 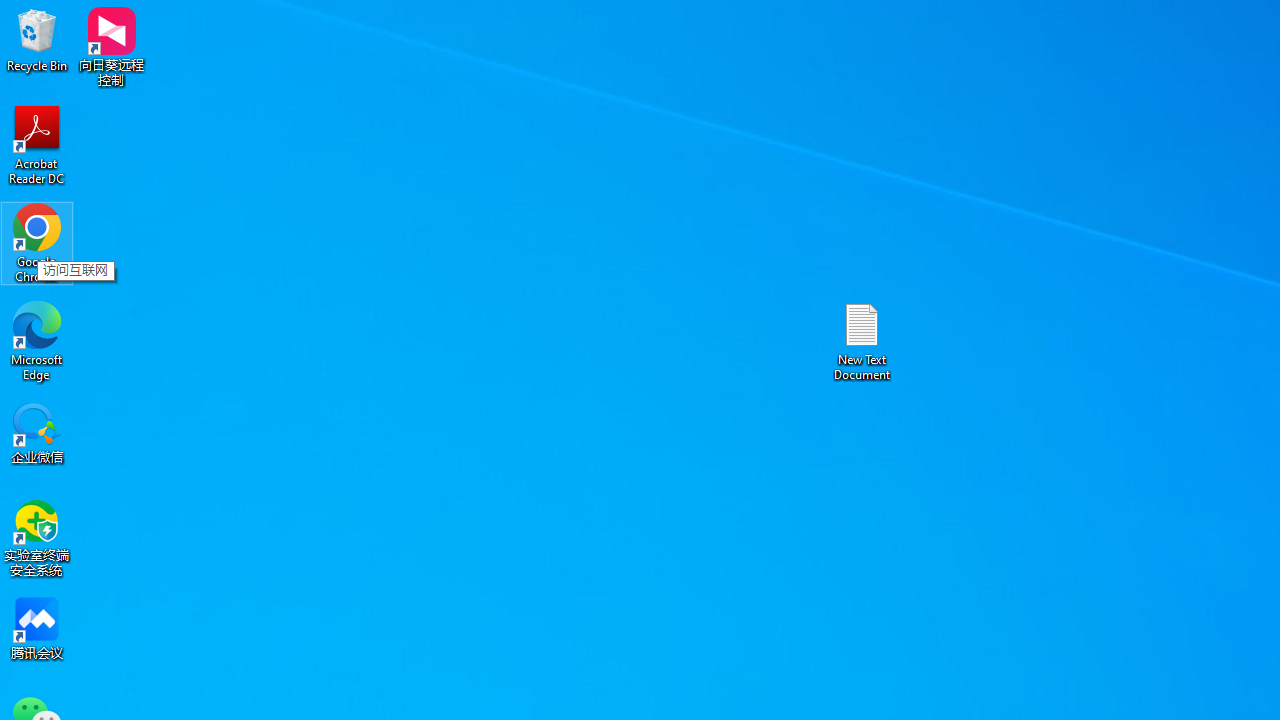 What do you see at coordinates (37, 340) in the screenshot?
I see `'Microsoft Edge'` at bounding box center [37, 340].